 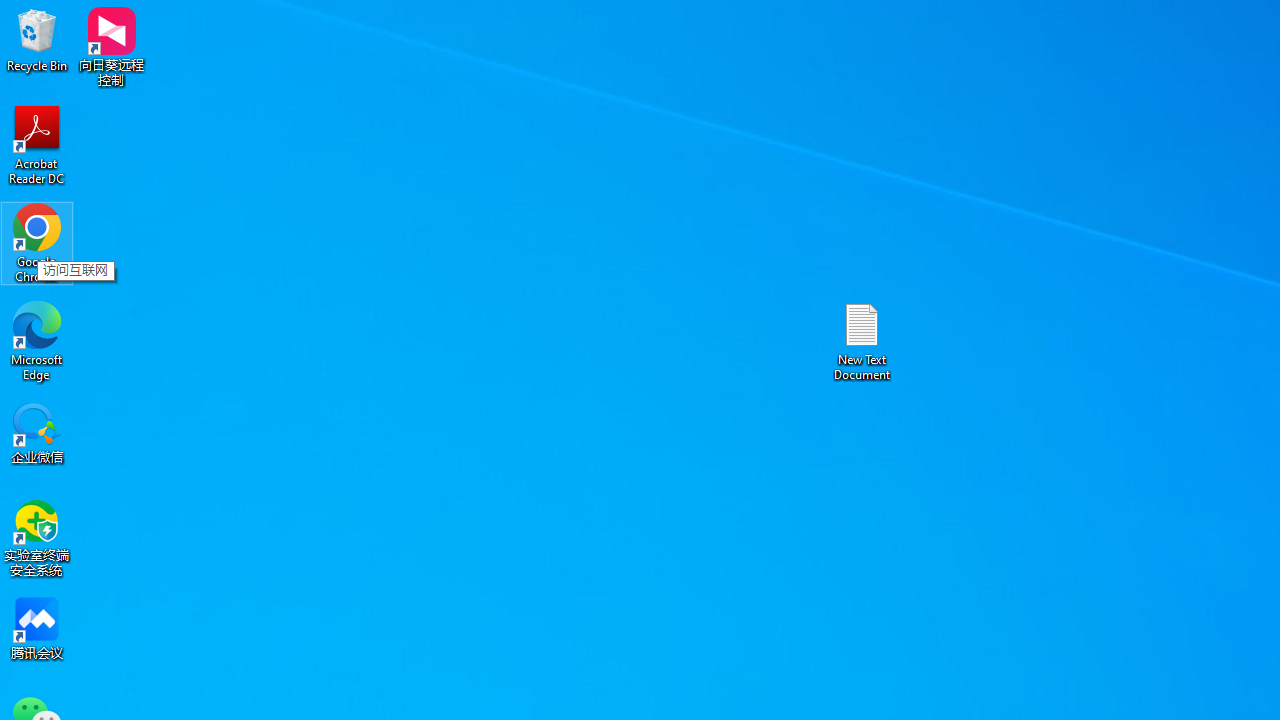 What do you see at coordinates (37, 340) in the screenshot?
I see `'Microsoft Edge'` at bounding box center [37, 340].